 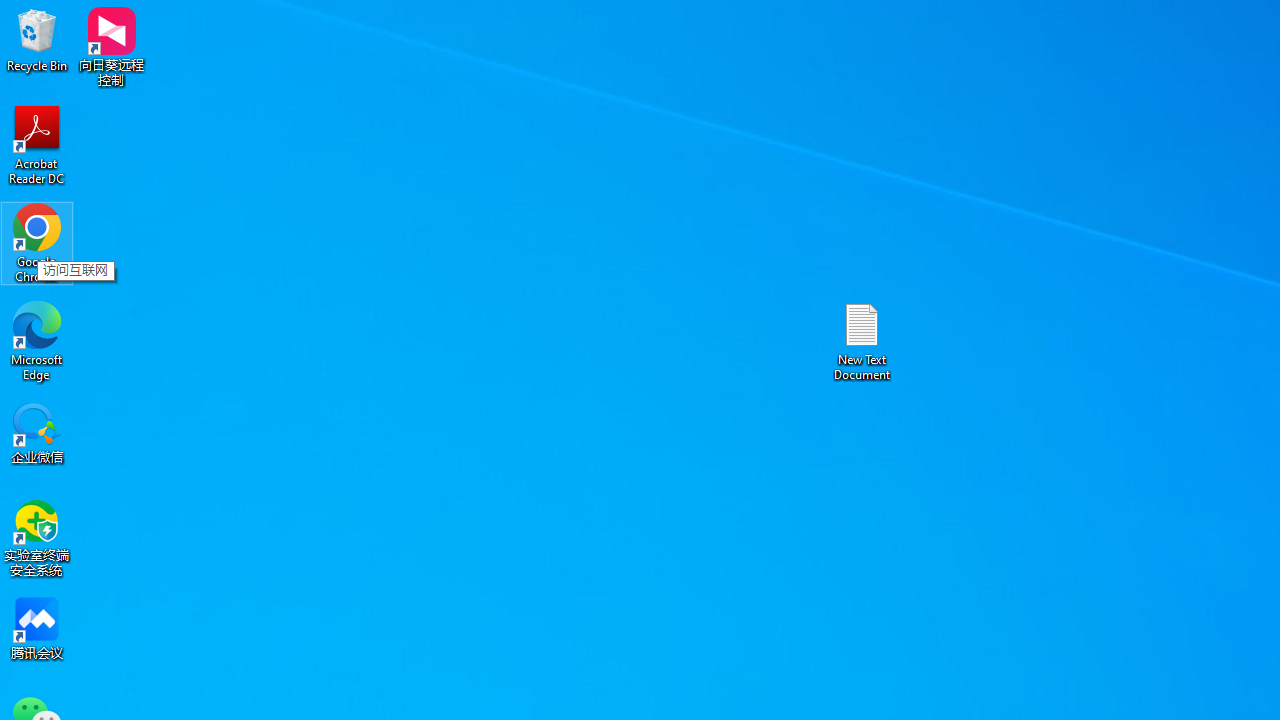 What do you see at coordinates (37, 340) in the screenshot?
I see `'Microsoft Edge'` at bounding box center [37, 340].